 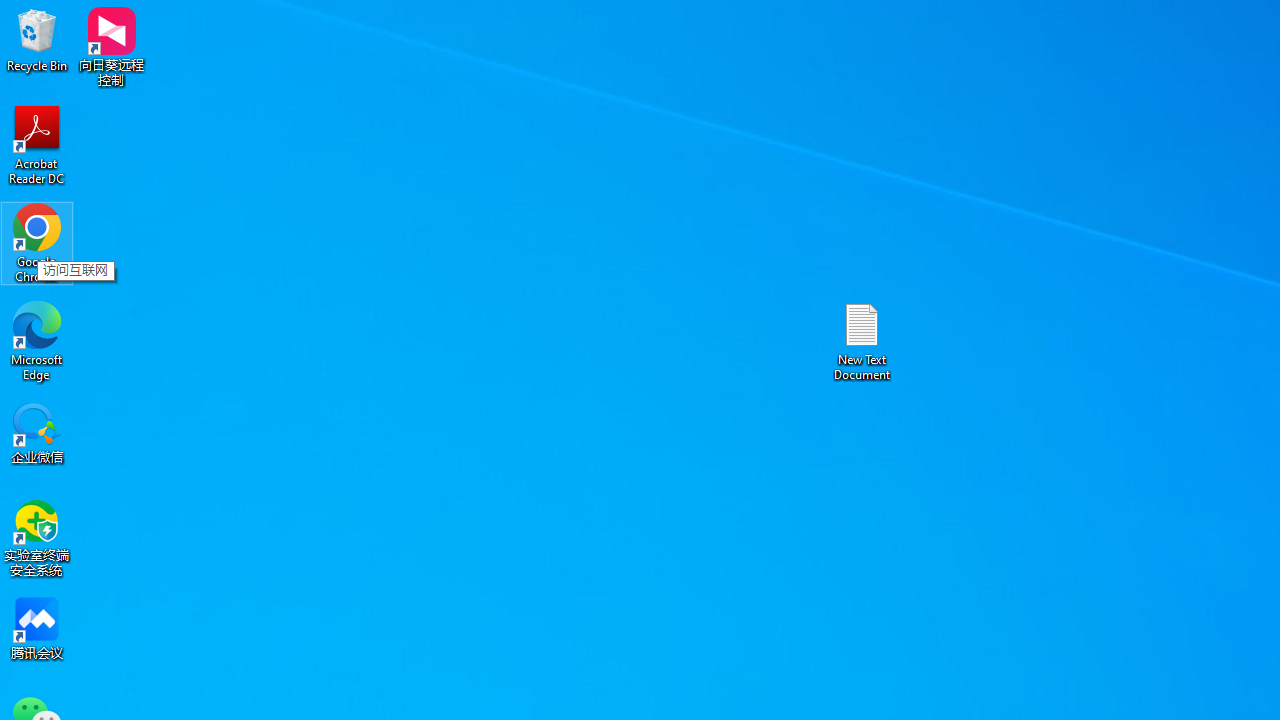 What do you see at coordinates (37, 340) in the screenshot?
I see `'Microsoft Edge'` at bounding box center [37, 340].